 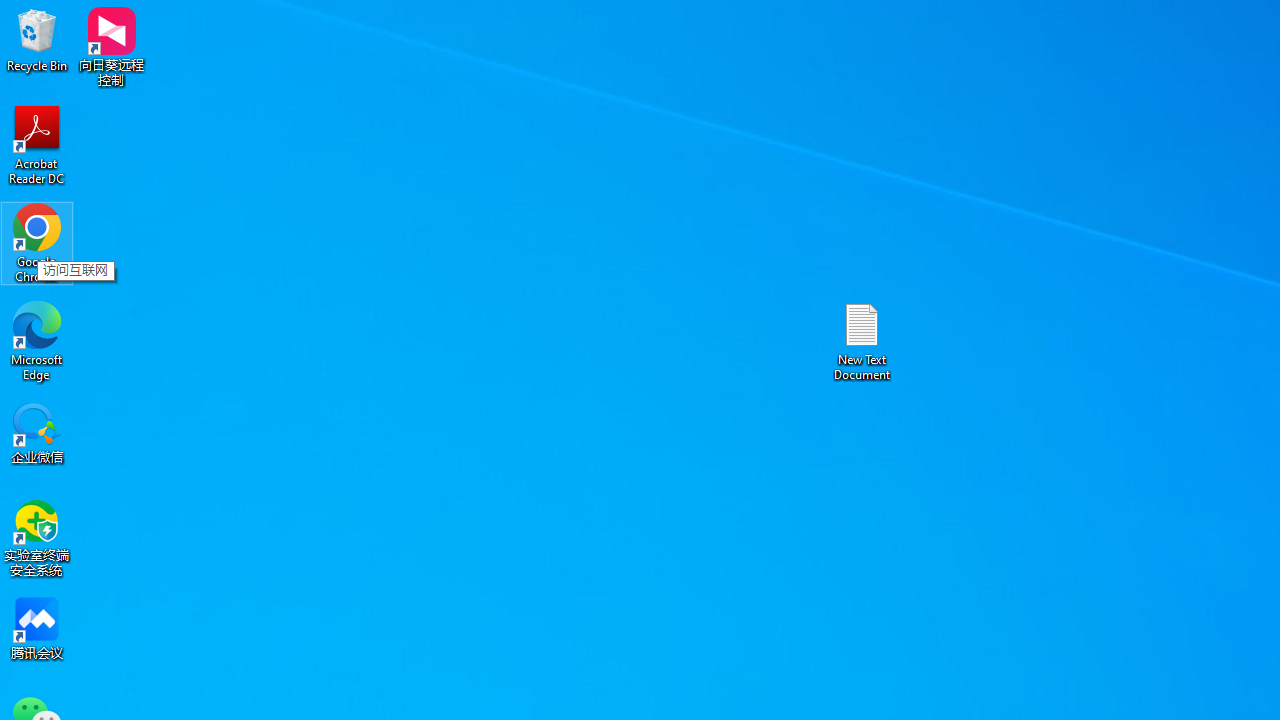 What do you see at coordinates (37, 340) in the screenshot?
I see `'Microsoft Edge'` at bounding box center [37, 340].